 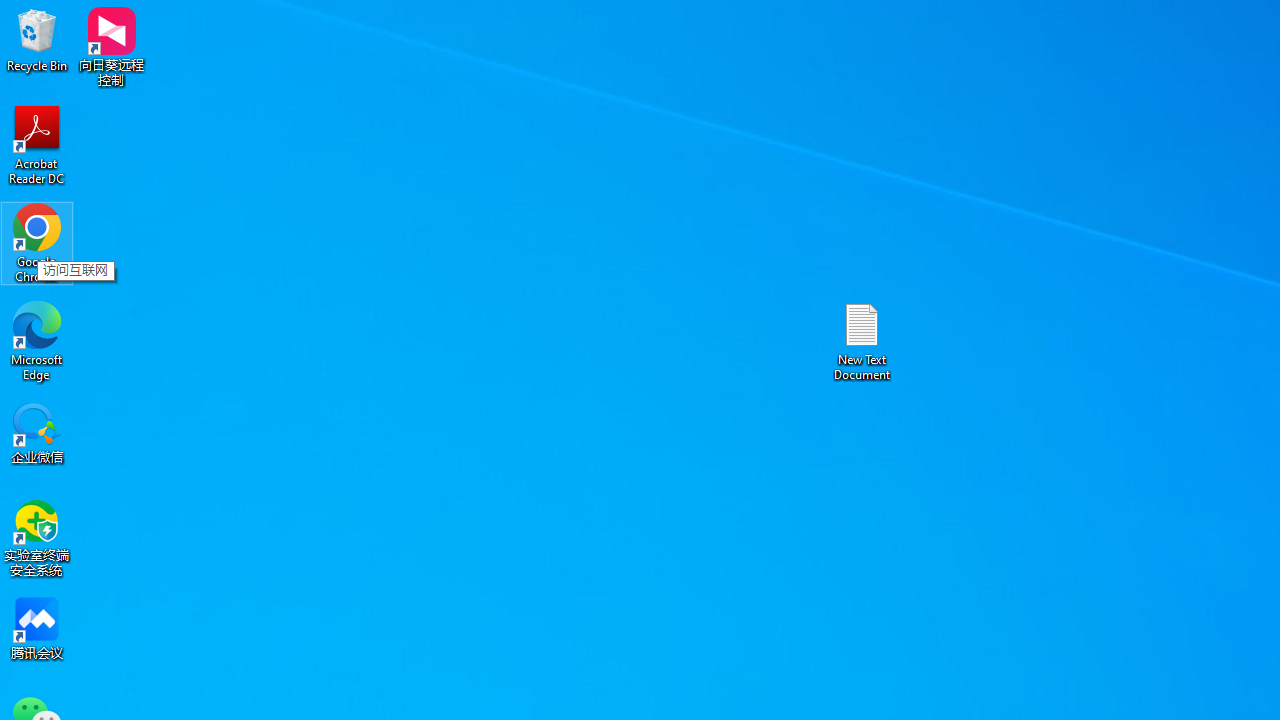 What do you see at coordinates (37, 340) in the screenshot?
I see `'Microsoft Edge'` at bounding box center [37, 340].